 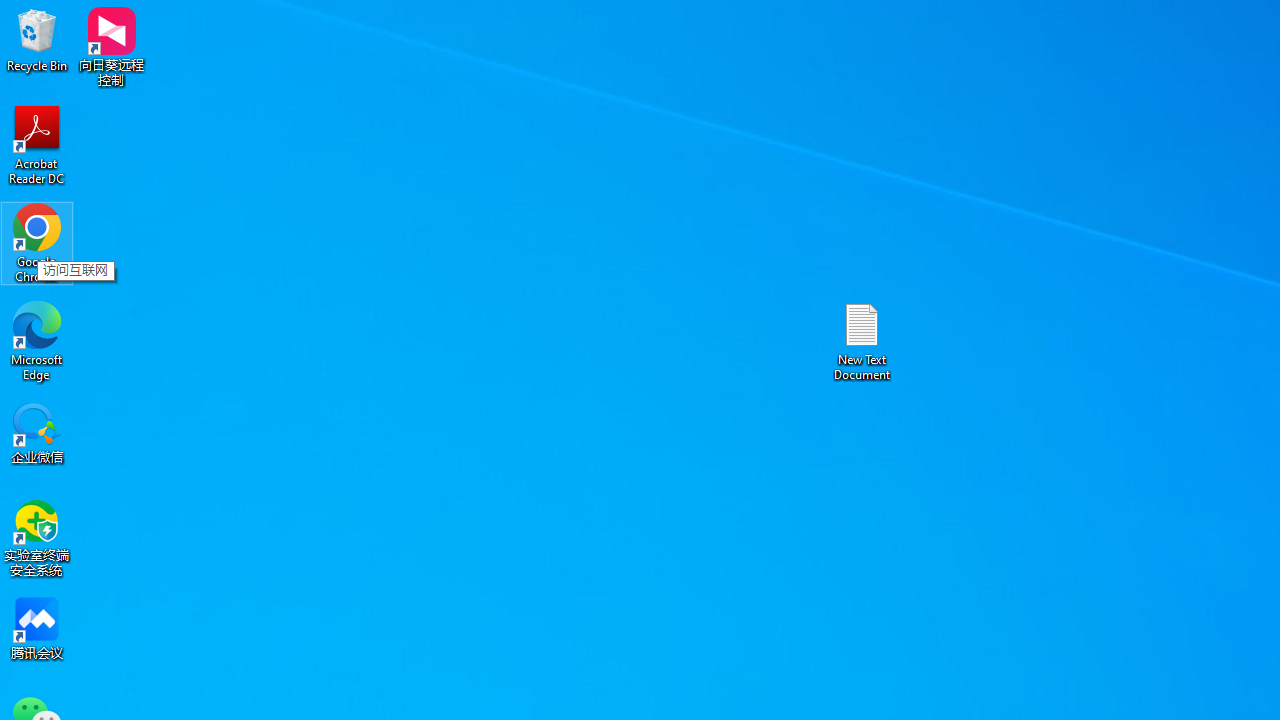 What do you see at coordinates (37, 340) in the screenshot?
I see `'Microsoft Edge'` at bounding box center [37, 340].